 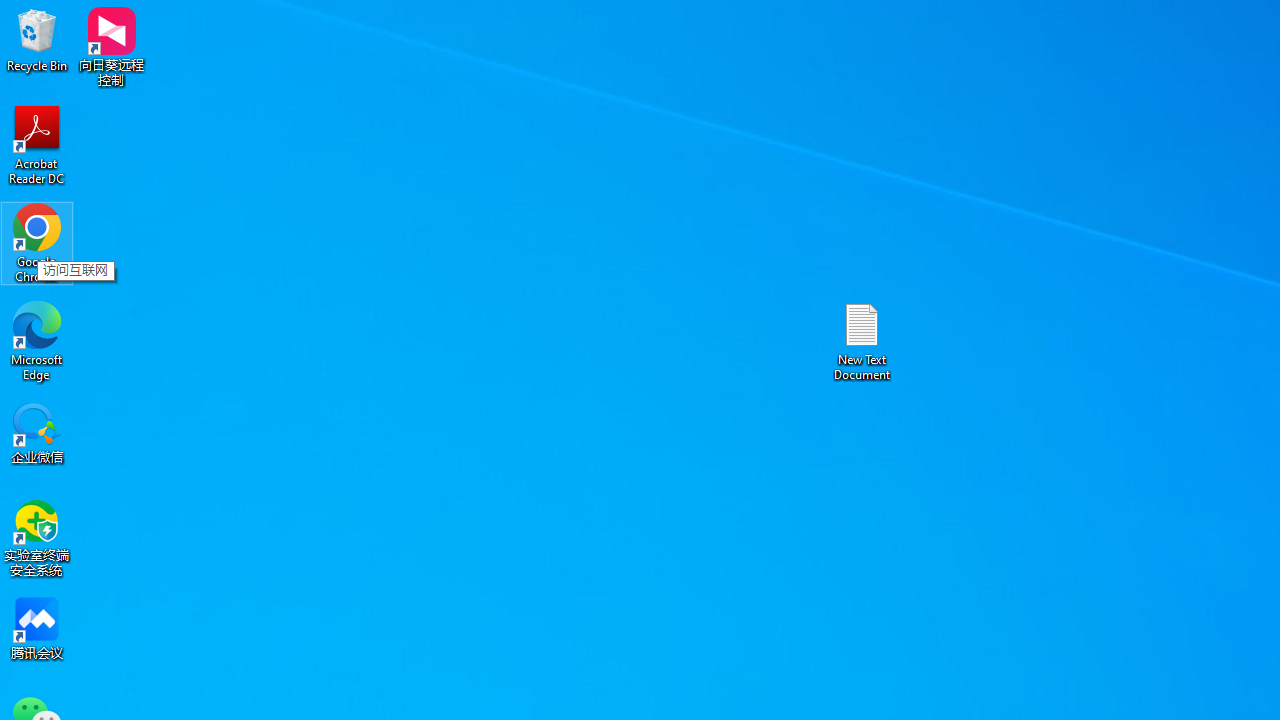 What do you see at coordinates (37, 340) in the screenshot?
I see `'Microsoft Edge'` at bounding box center [37, 340].